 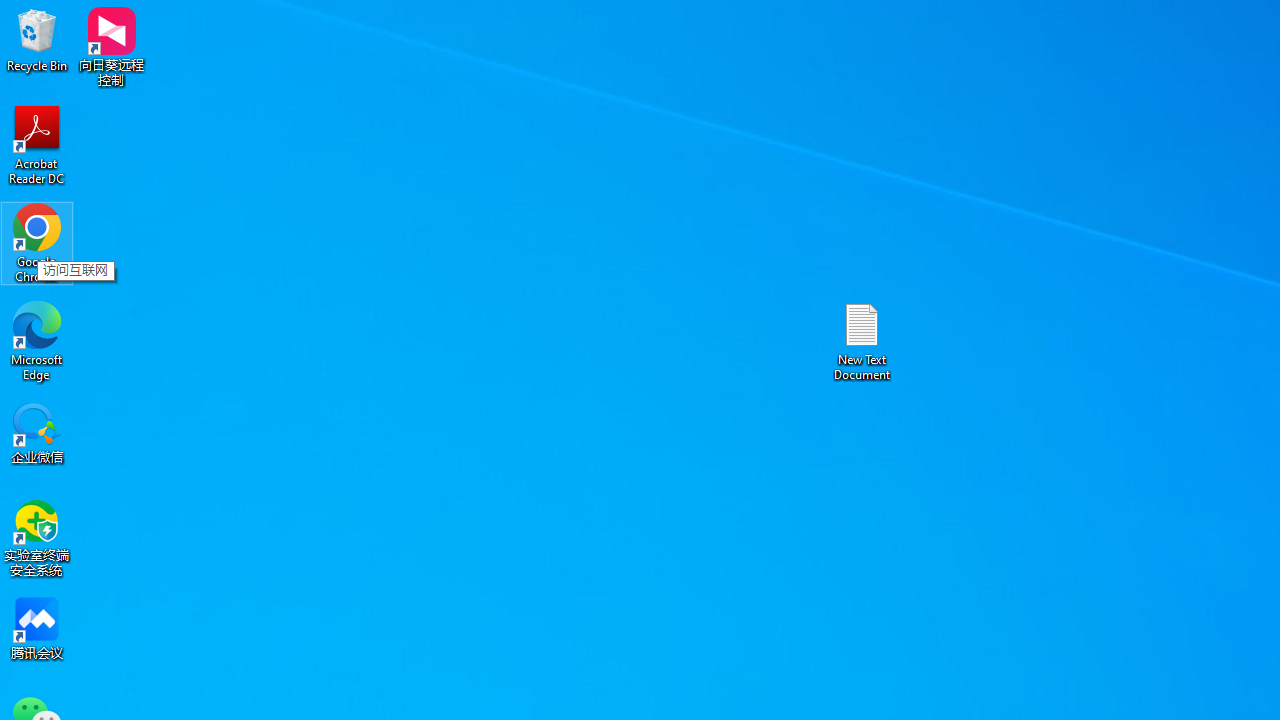 What do you see at coordinates (37, 340) in the screenshot?
I see `'Microsoft Edge'` at bounding box center [37, 340].